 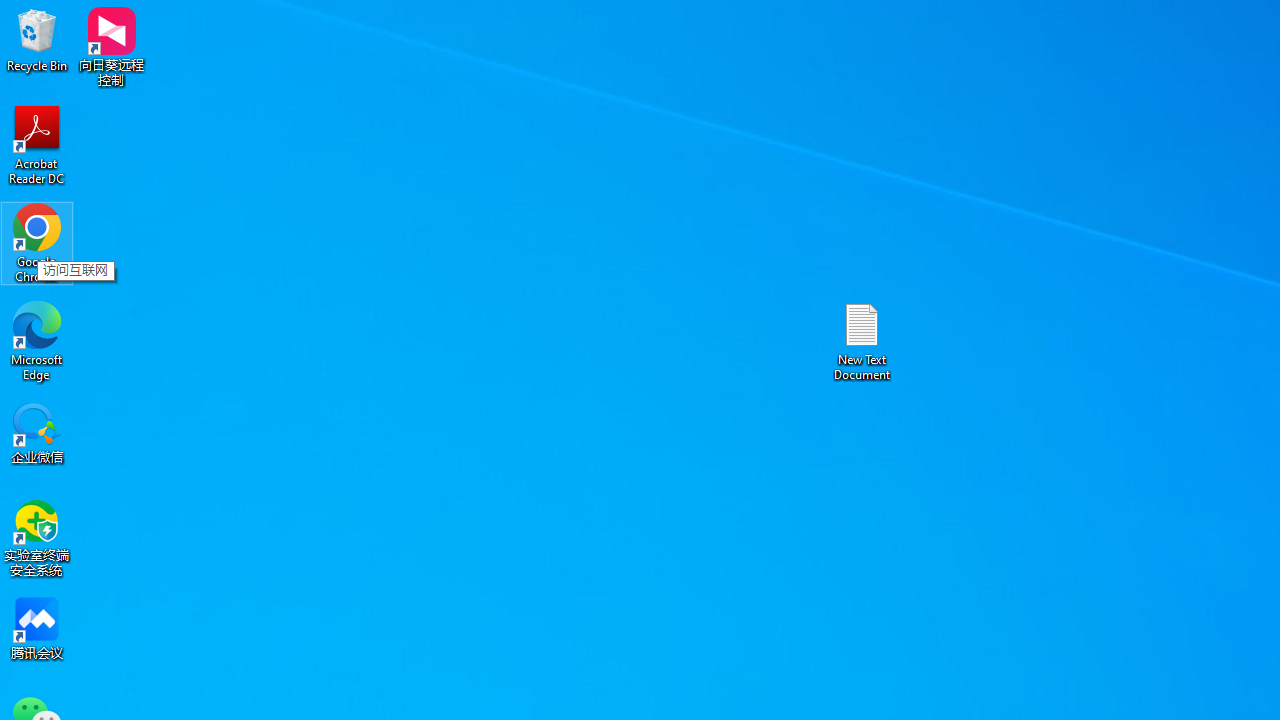 What do you see at coordinates (37, 340) in the screenshot?
I see `'Microsoft Edge'` at bounding box center [37, 340].